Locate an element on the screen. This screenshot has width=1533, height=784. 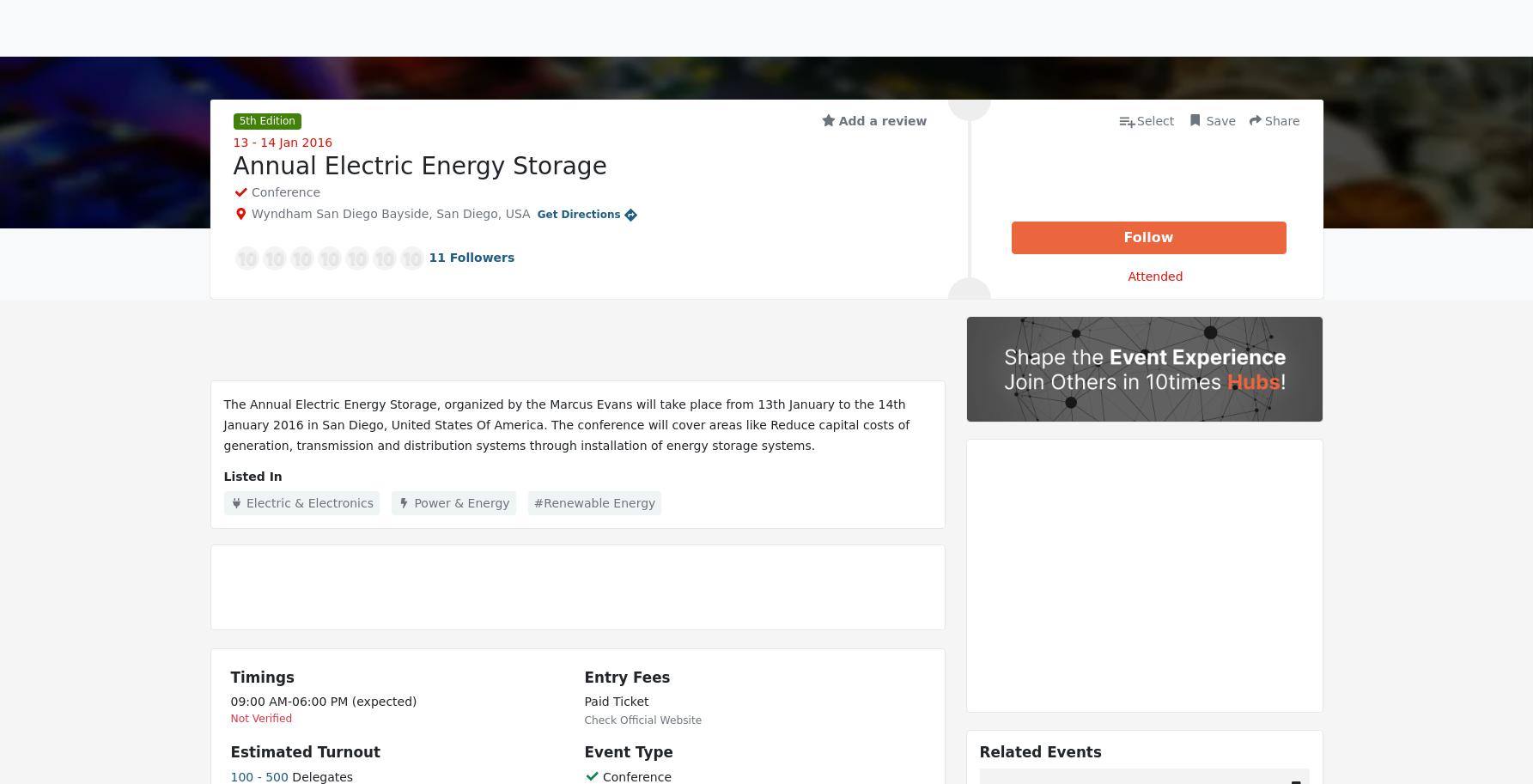
'Student at Technische Hochschule Wildau' is located at coordinates (666, 247).